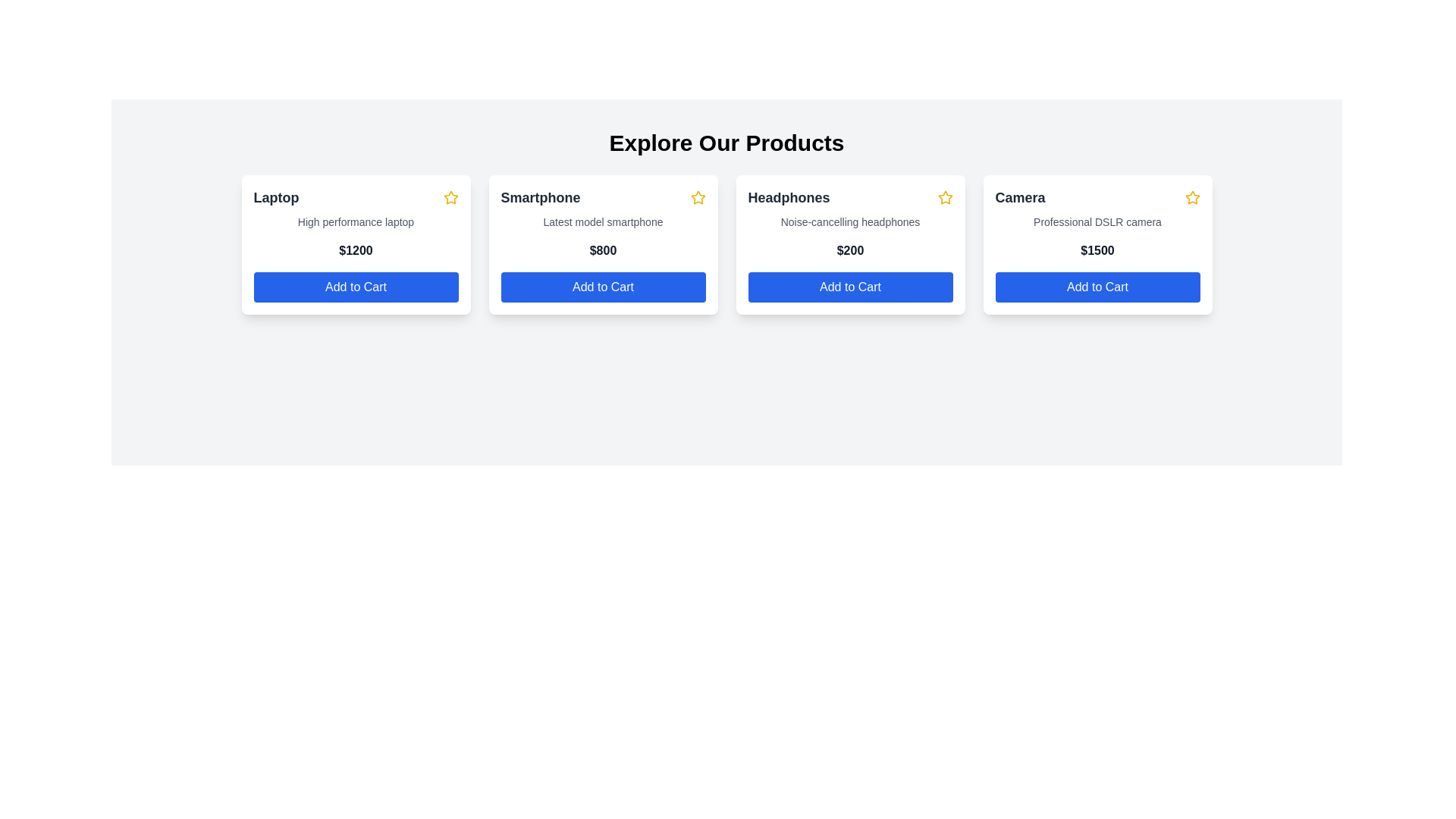 Image resolution: width=1456 pixels, height=819 pixels. What do you see at coordinates (850, 250) in the screenshot?
I see `the text element displaying '$200' in bold within the third product card for accessibility tools` at bounding box center [850, 250].